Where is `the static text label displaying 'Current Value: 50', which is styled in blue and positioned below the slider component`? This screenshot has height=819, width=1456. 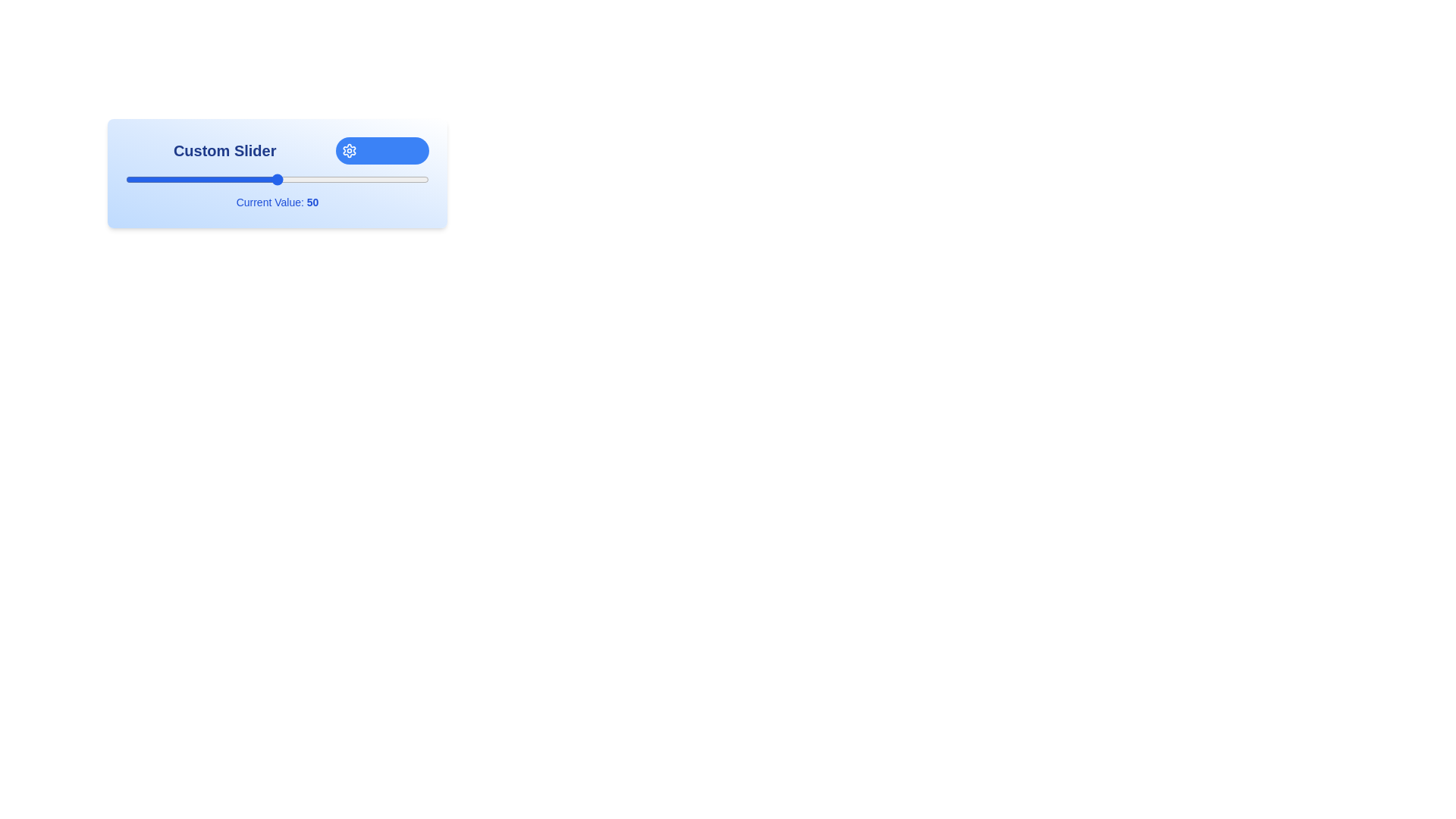
the static text label displaying 'Current Value: 50', which is styled in blue and positioned below the slider component is located at coordinates (277, 201).